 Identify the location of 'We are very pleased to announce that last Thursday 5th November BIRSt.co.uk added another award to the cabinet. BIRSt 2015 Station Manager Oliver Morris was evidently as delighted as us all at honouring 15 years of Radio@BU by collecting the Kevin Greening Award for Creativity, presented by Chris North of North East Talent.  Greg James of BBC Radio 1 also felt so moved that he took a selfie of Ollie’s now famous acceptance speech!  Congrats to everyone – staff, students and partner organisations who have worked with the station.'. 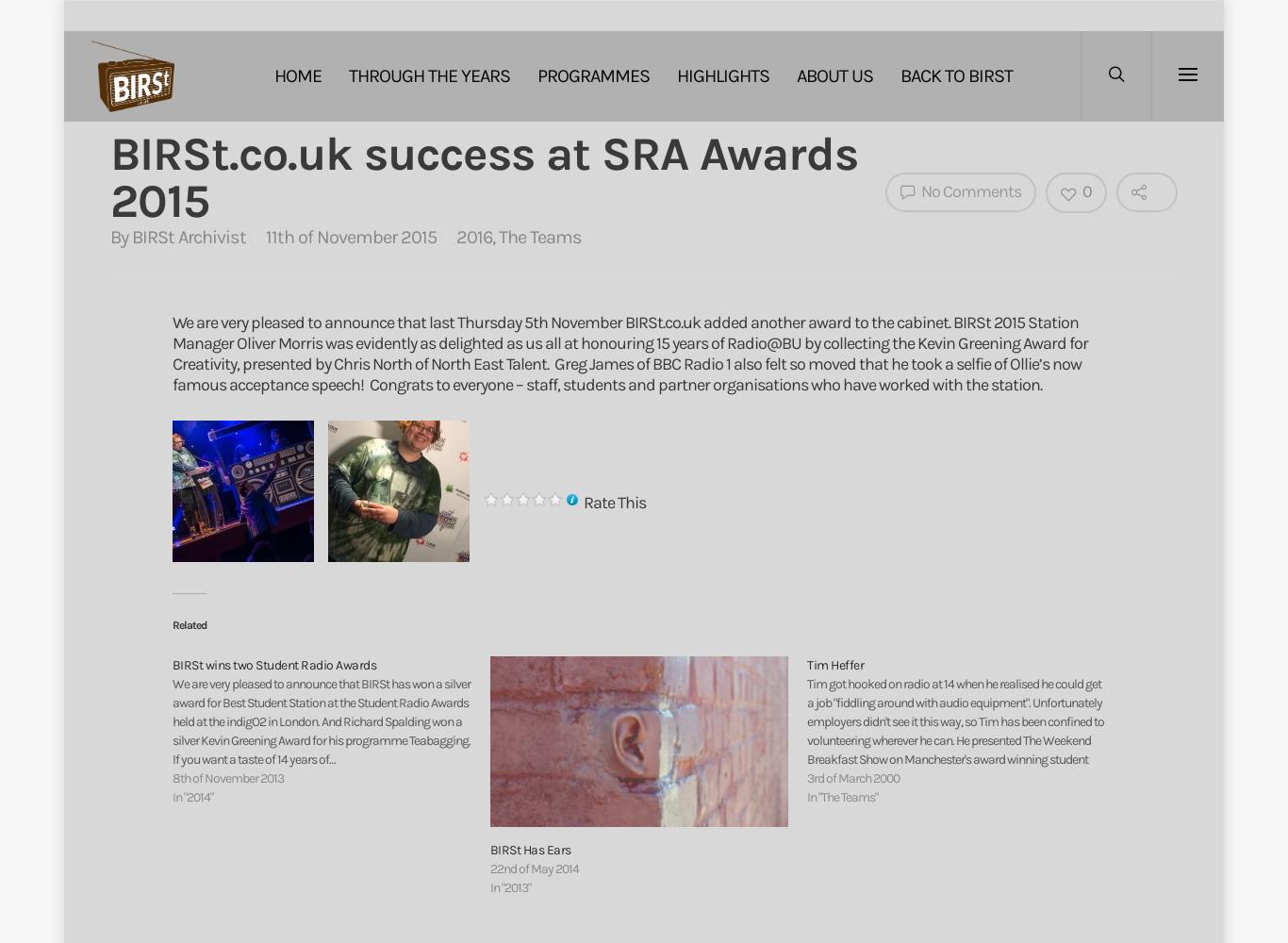
(628, 354).